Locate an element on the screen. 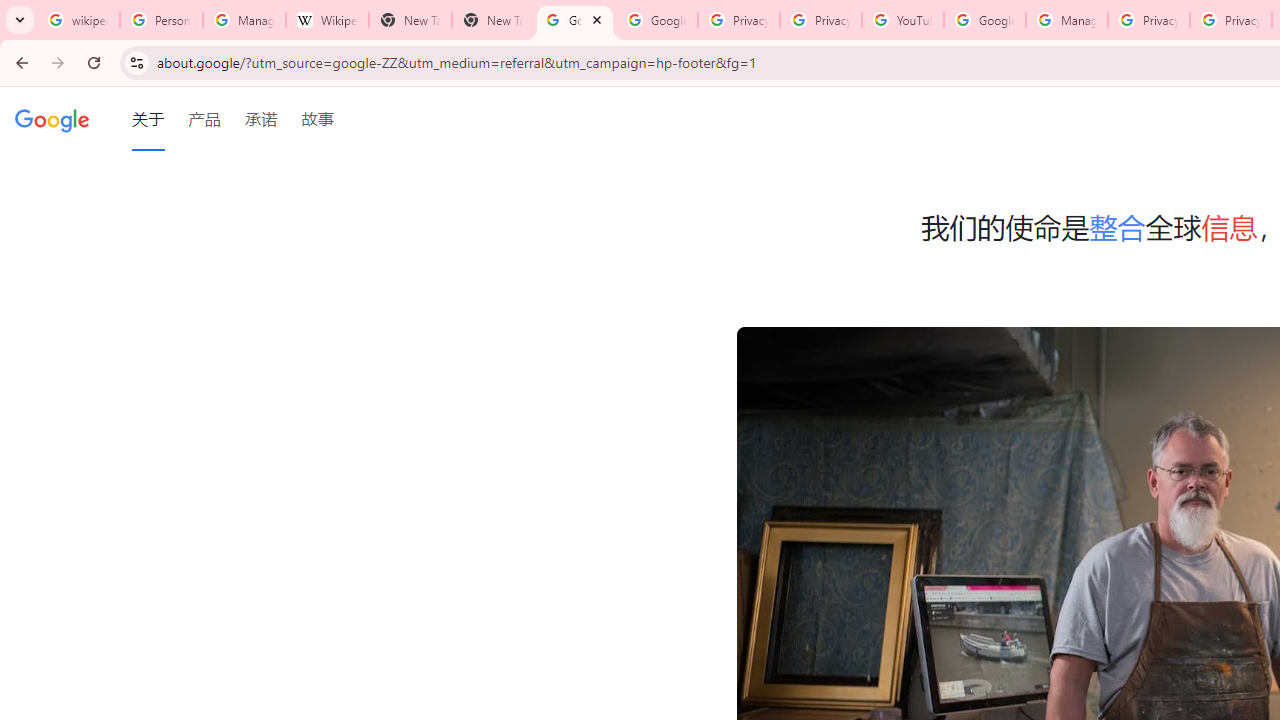  'Back' is located at coordinates (19, 61).